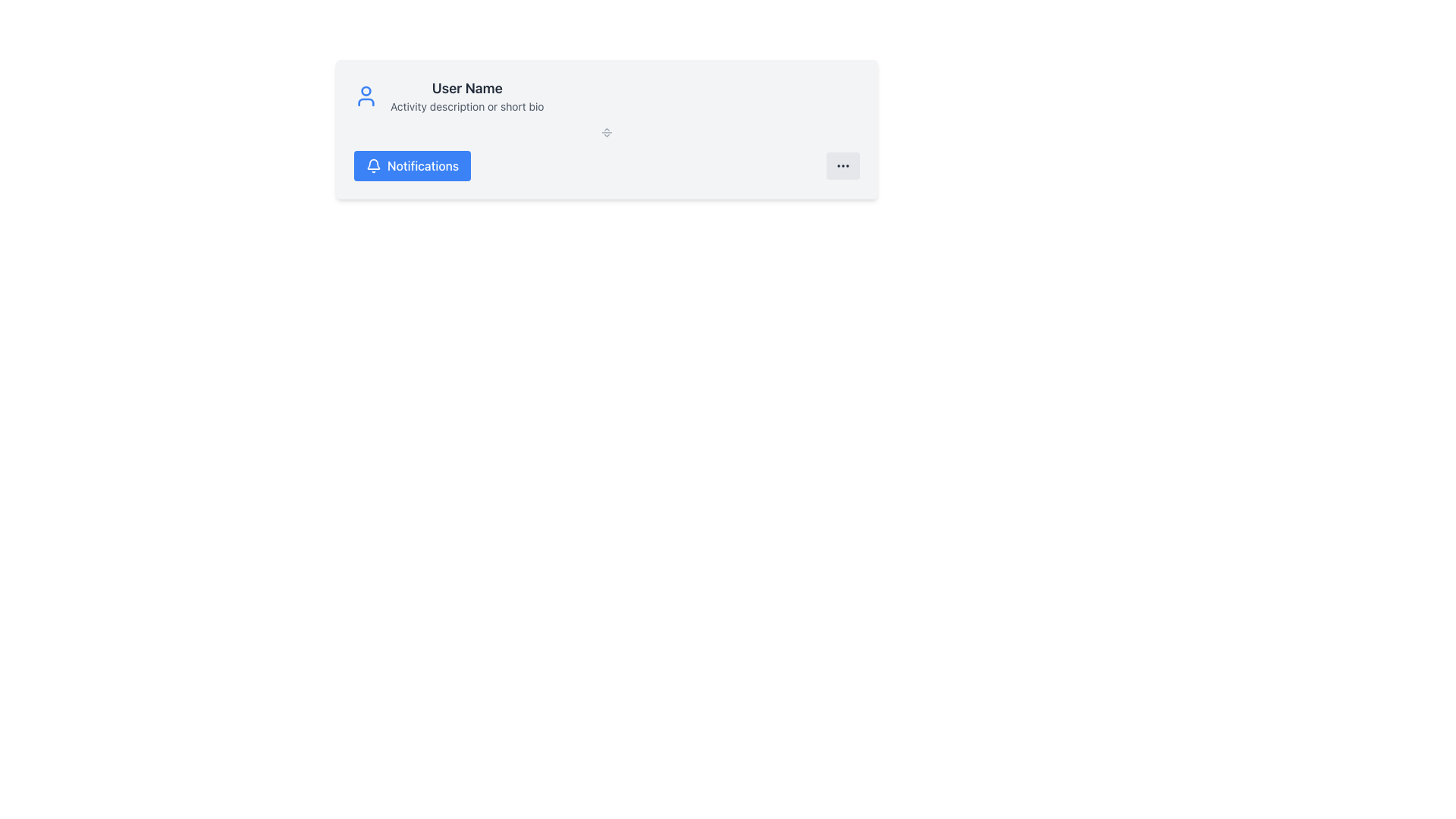  I want to click on the button with a light gray background and dark gray text featuring an icon of three vertical dots, so click(843, 166).